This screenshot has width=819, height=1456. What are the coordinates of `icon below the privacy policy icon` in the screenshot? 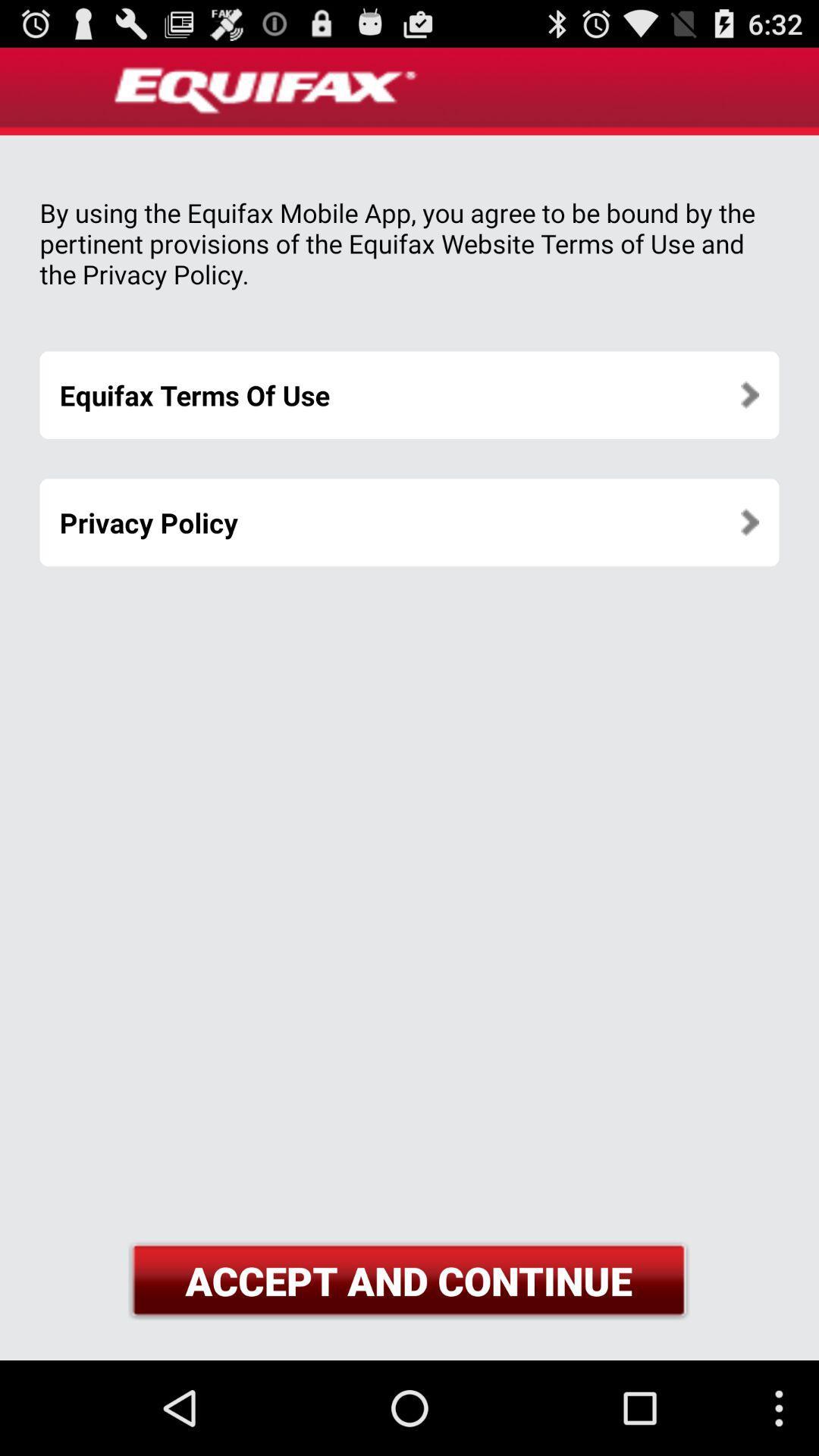 It's located at (408, 1280).